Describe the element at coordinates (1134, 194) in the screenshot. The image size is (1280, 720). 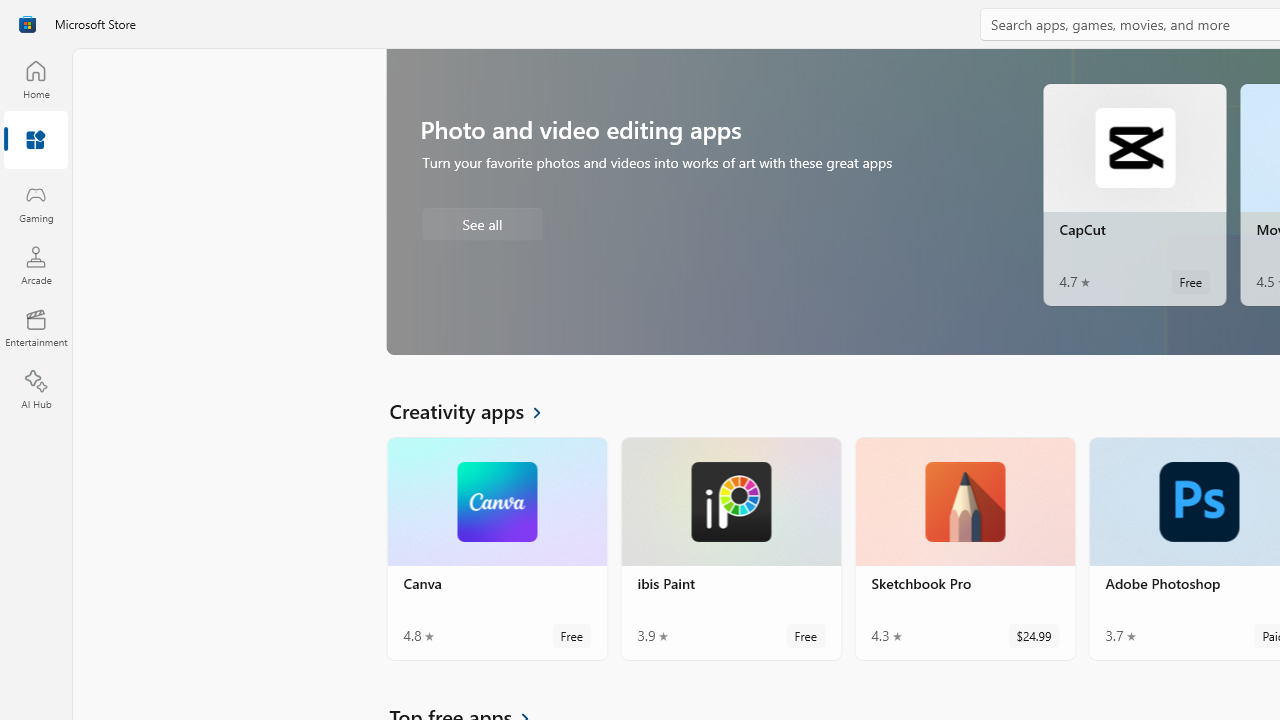
I see `'CapCut. Average rating of 4.7 out of five stars. Free  '` at that location.